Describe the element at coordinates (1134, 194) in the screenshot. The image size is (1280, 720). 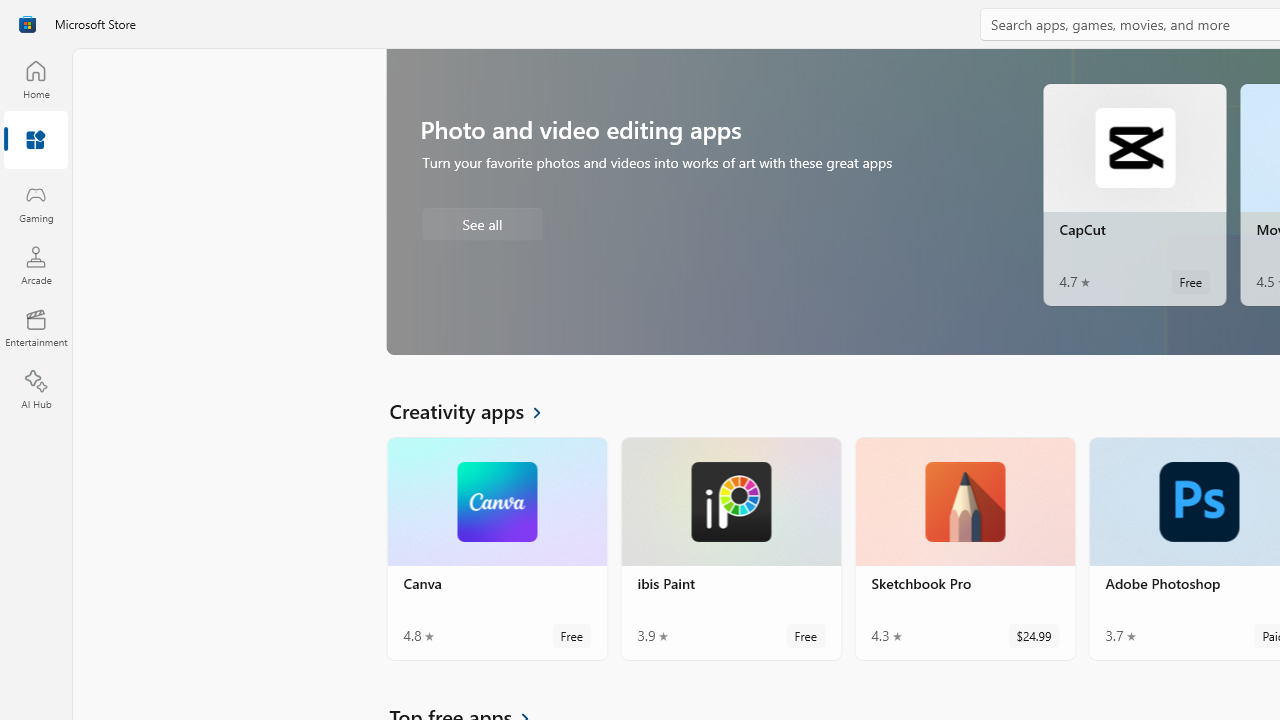
I see `'CapCut. Average rating of 4.7 out of five stars. Free  '` at that location.